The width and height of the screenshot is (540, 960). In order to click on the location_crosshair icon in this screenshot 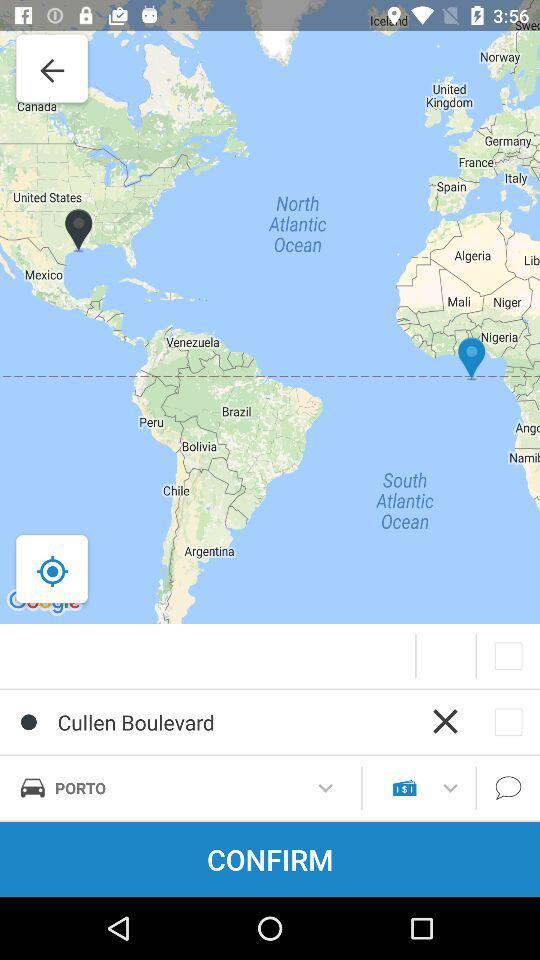, I will do `click(52, 571)`.